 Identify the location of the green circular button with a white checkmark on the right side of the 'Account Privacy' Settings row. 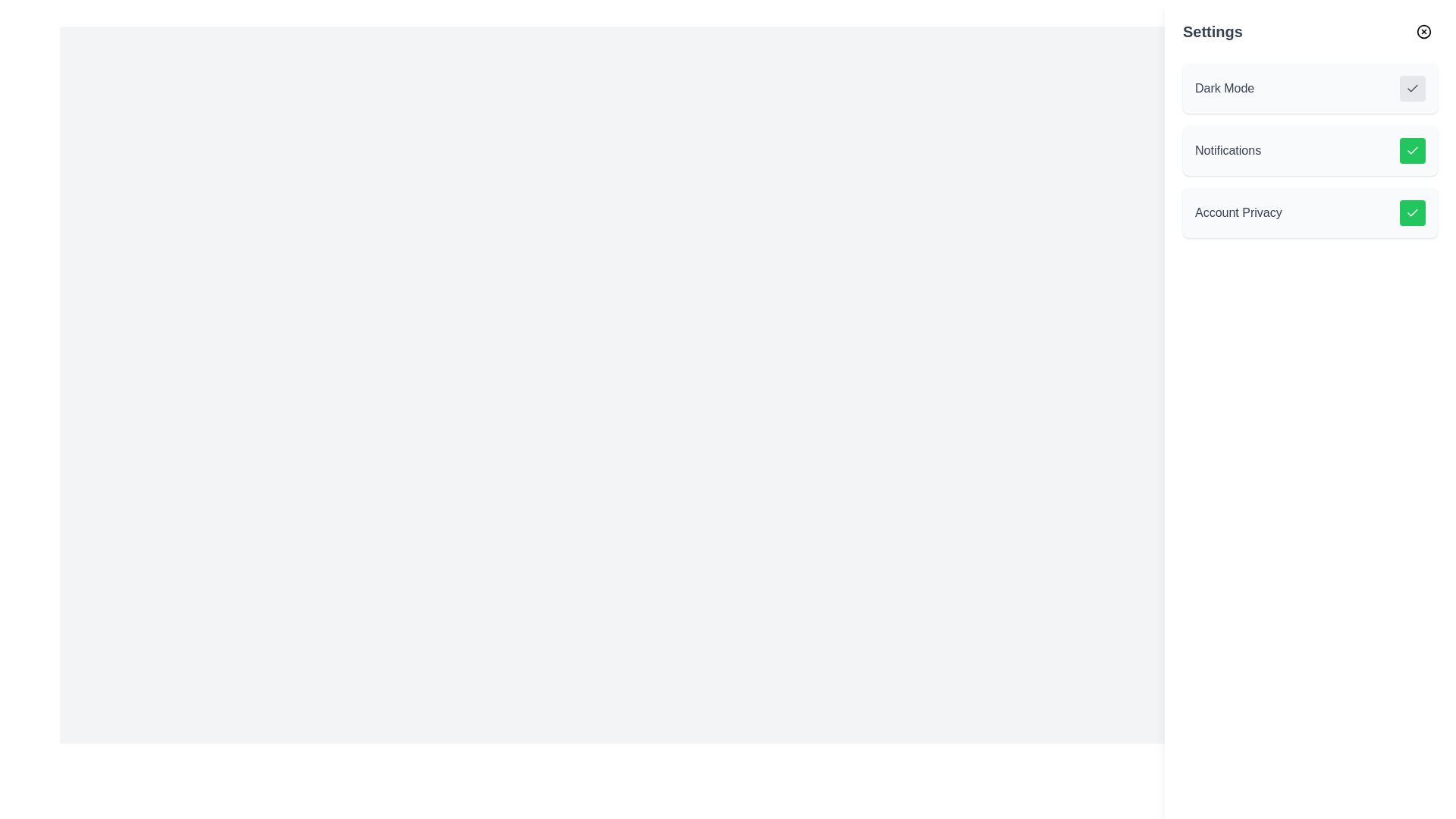
(1310, 213).